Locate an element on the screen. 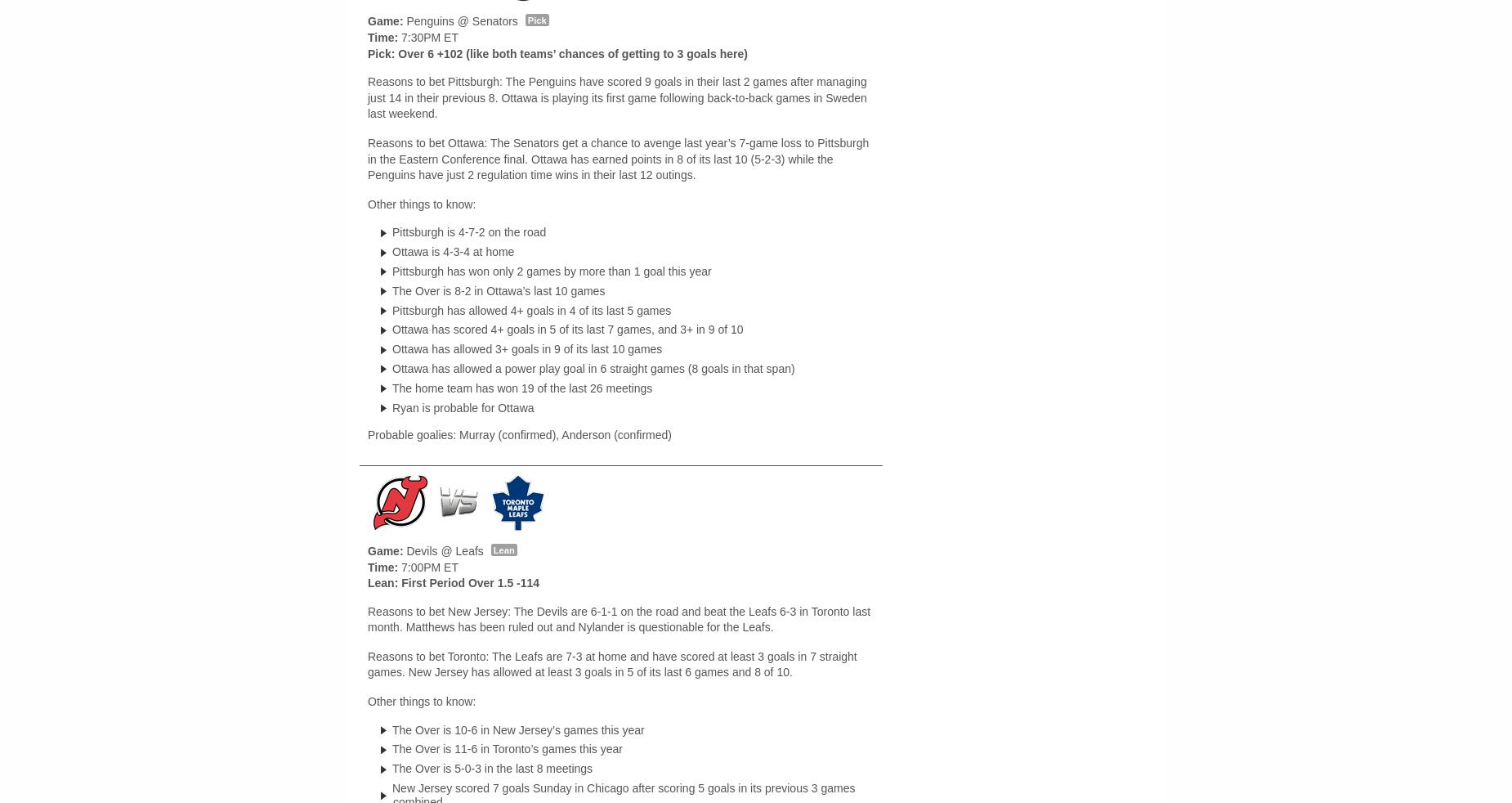  'Penguins @ Senators' is located at coordinates (461, 20).